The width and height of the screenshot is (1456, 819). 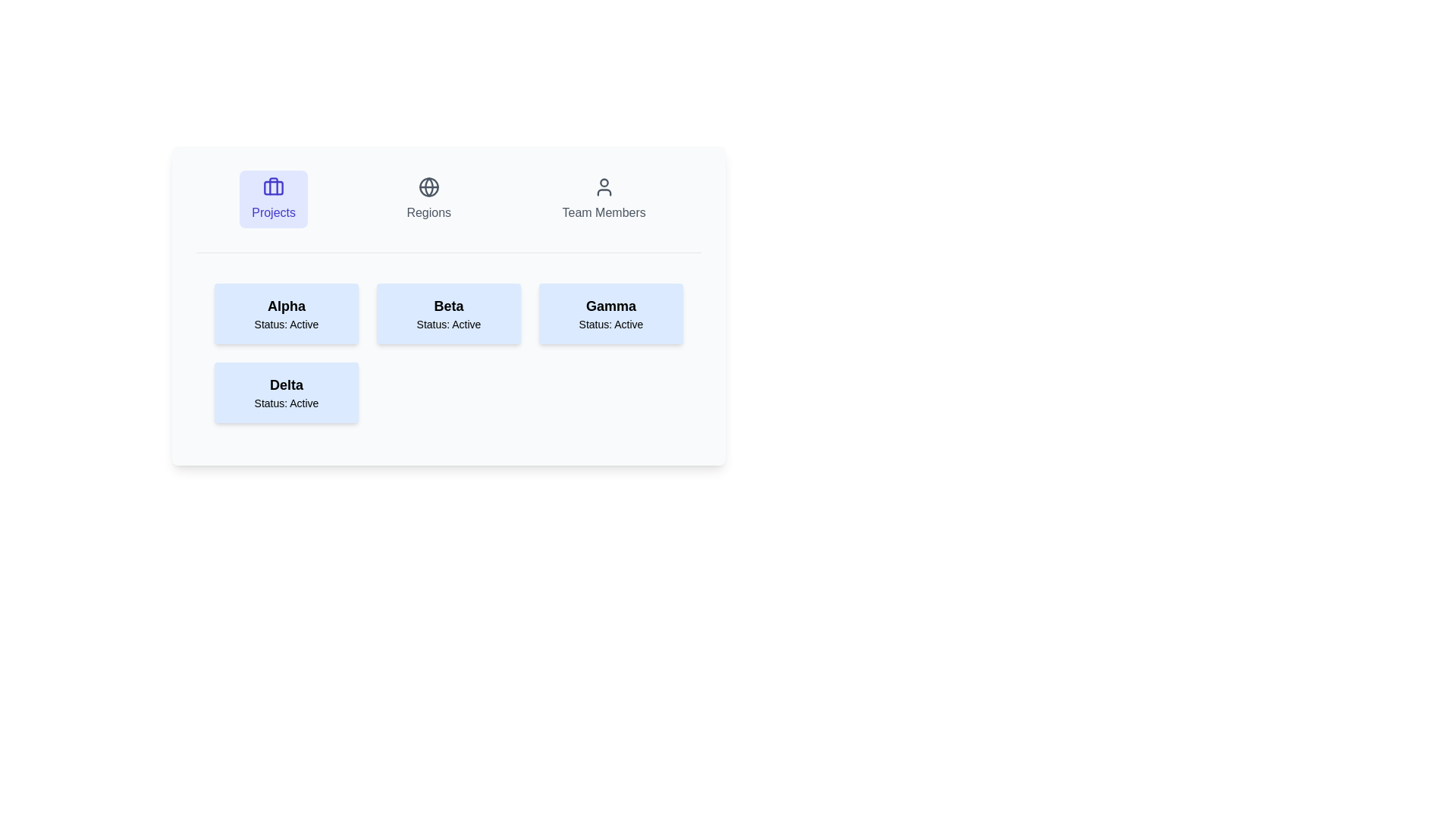 I want to click on the Team Members tab by clicking on its button, so click(x=603, y=198).